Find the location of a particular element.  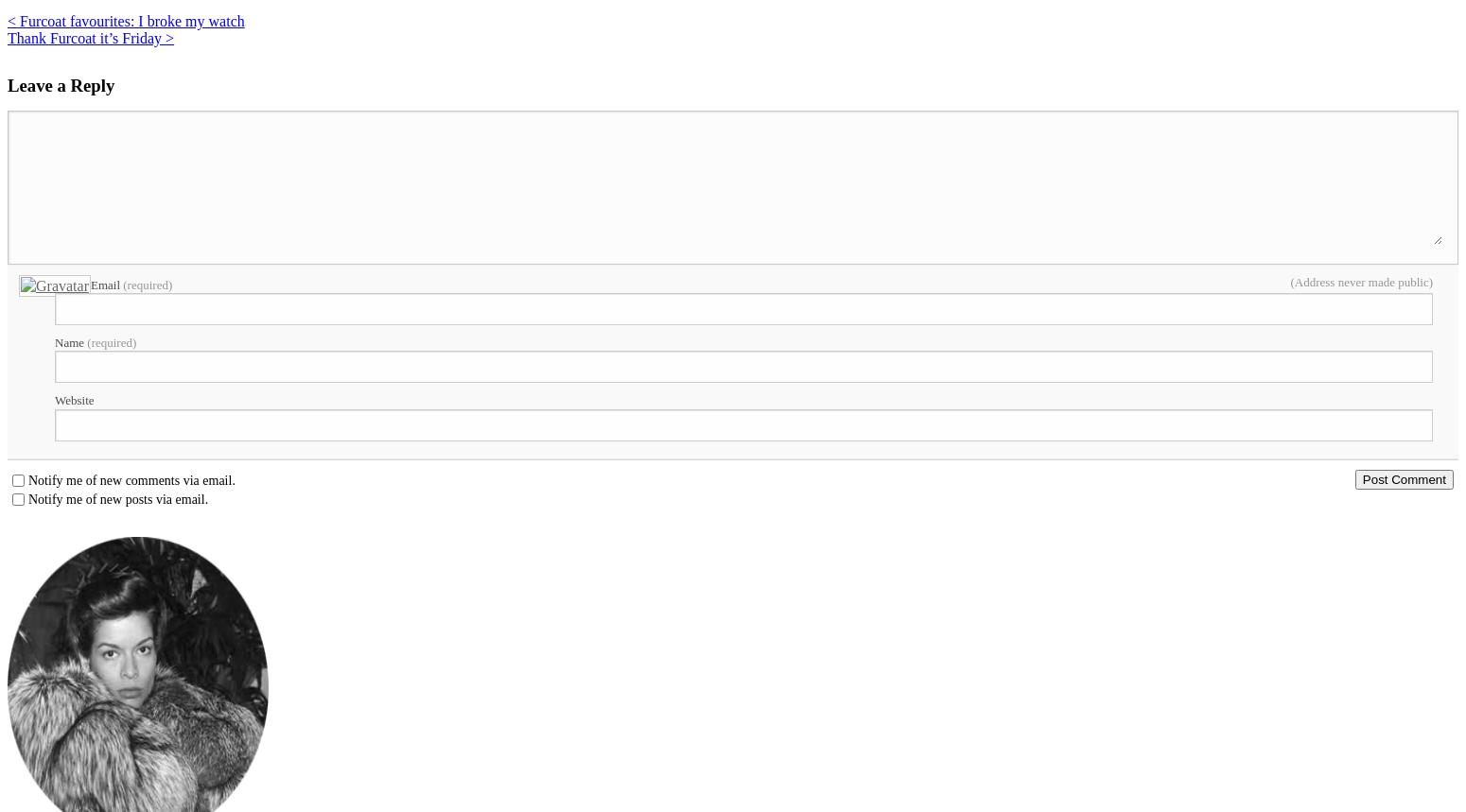

'(Address never made public)' is located at coordinates (1360, 282).